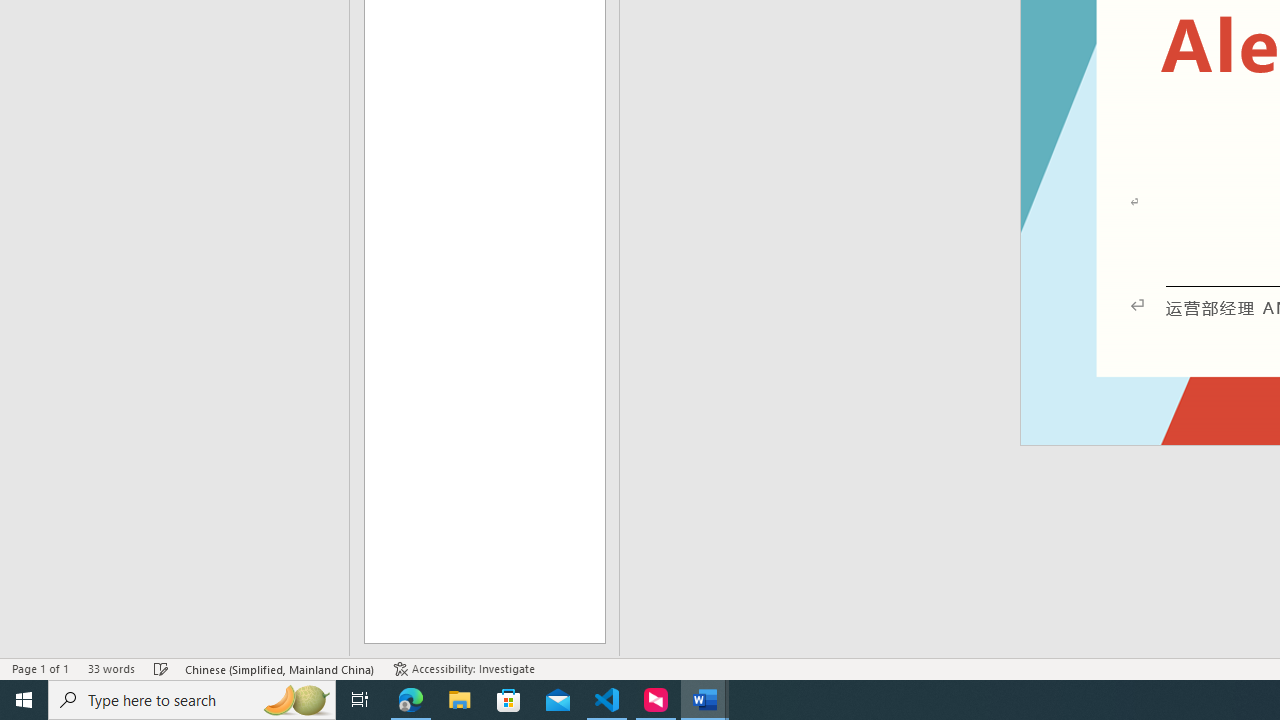  I want to click on 'Language Chinese (Simplified, Mainland China)', so click(279, 669).